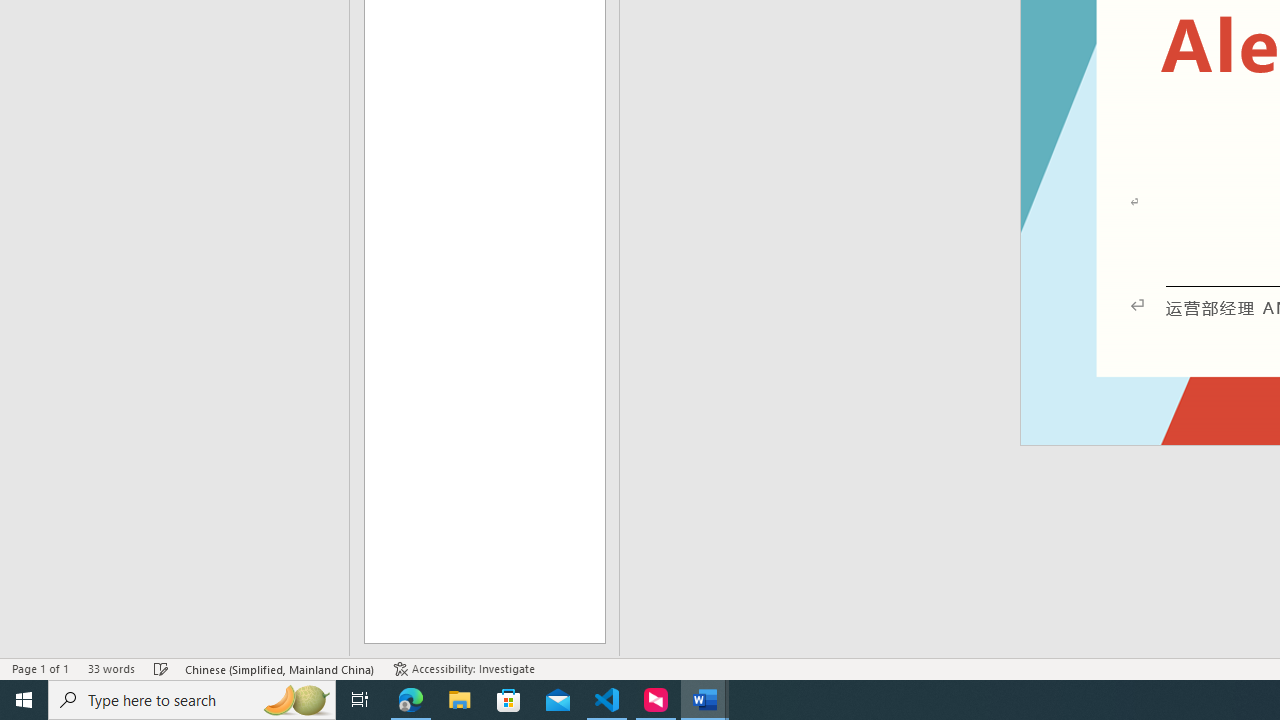  I want to click on 'Language Chinese (Simplified, Mainland China)', so click(279, 669).